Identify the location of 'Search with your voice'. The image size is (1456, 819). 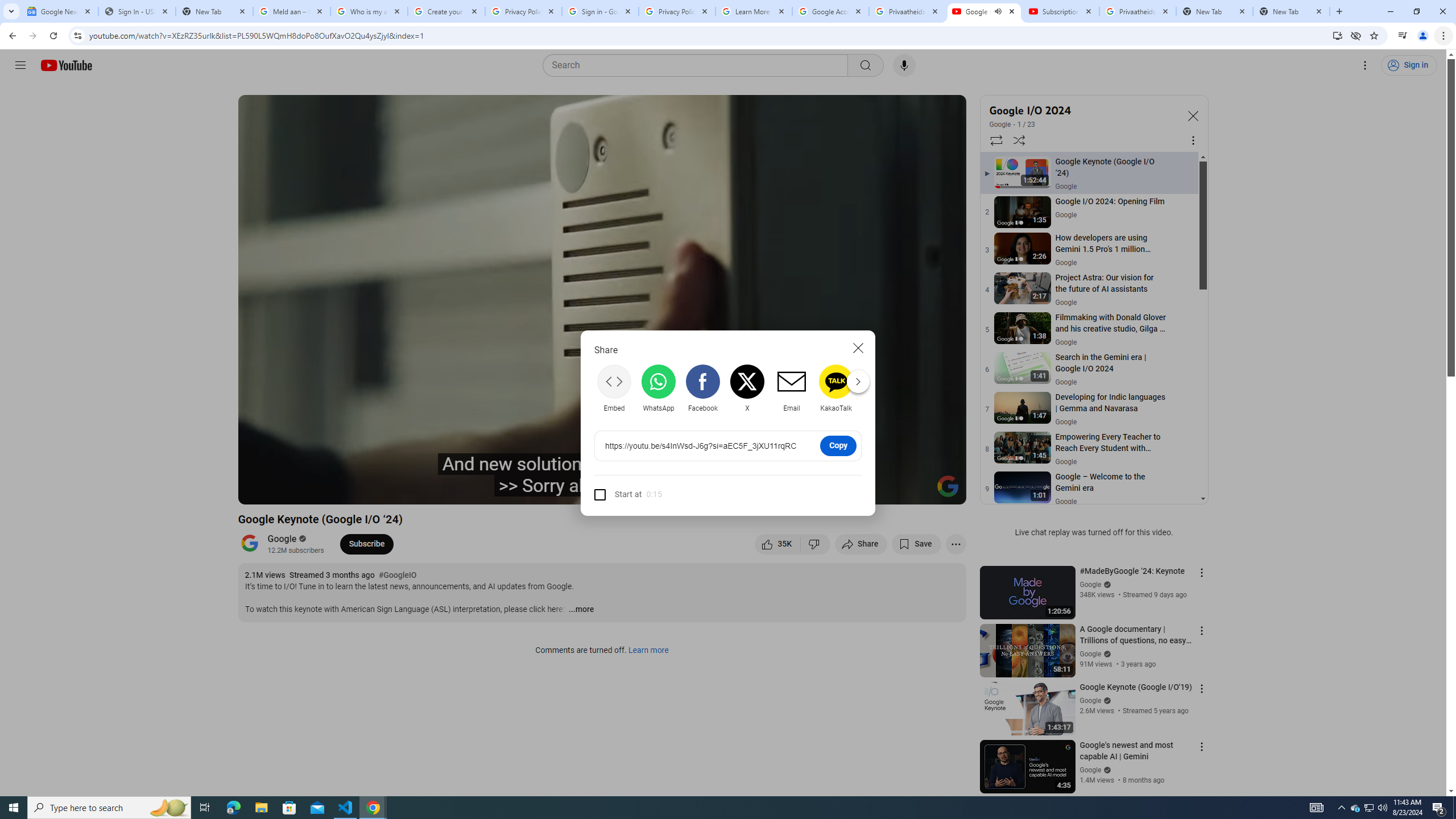
(904, 65).